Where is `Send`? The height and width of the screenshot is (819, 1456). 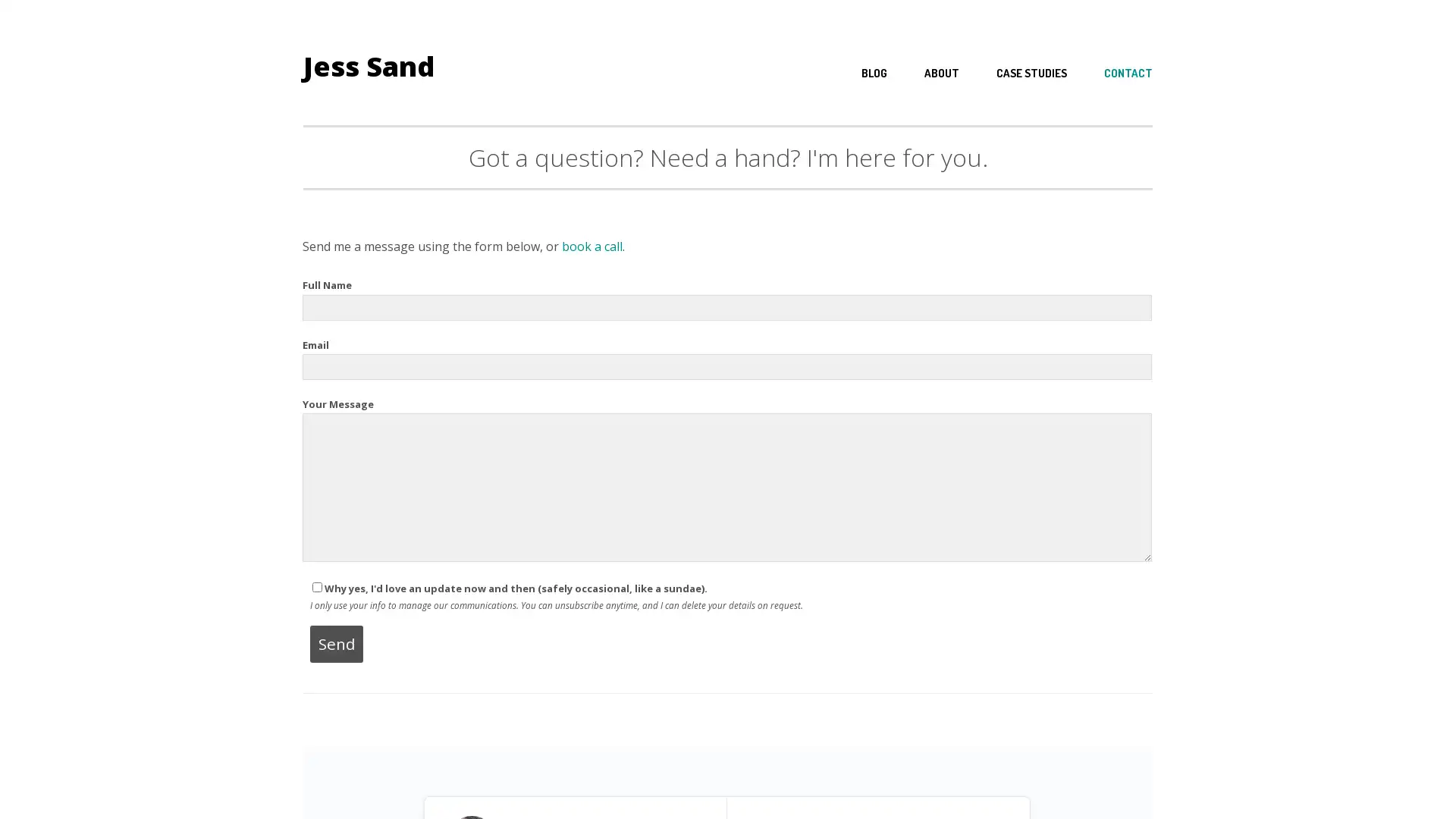 Send is located at coordinates (336, 643).